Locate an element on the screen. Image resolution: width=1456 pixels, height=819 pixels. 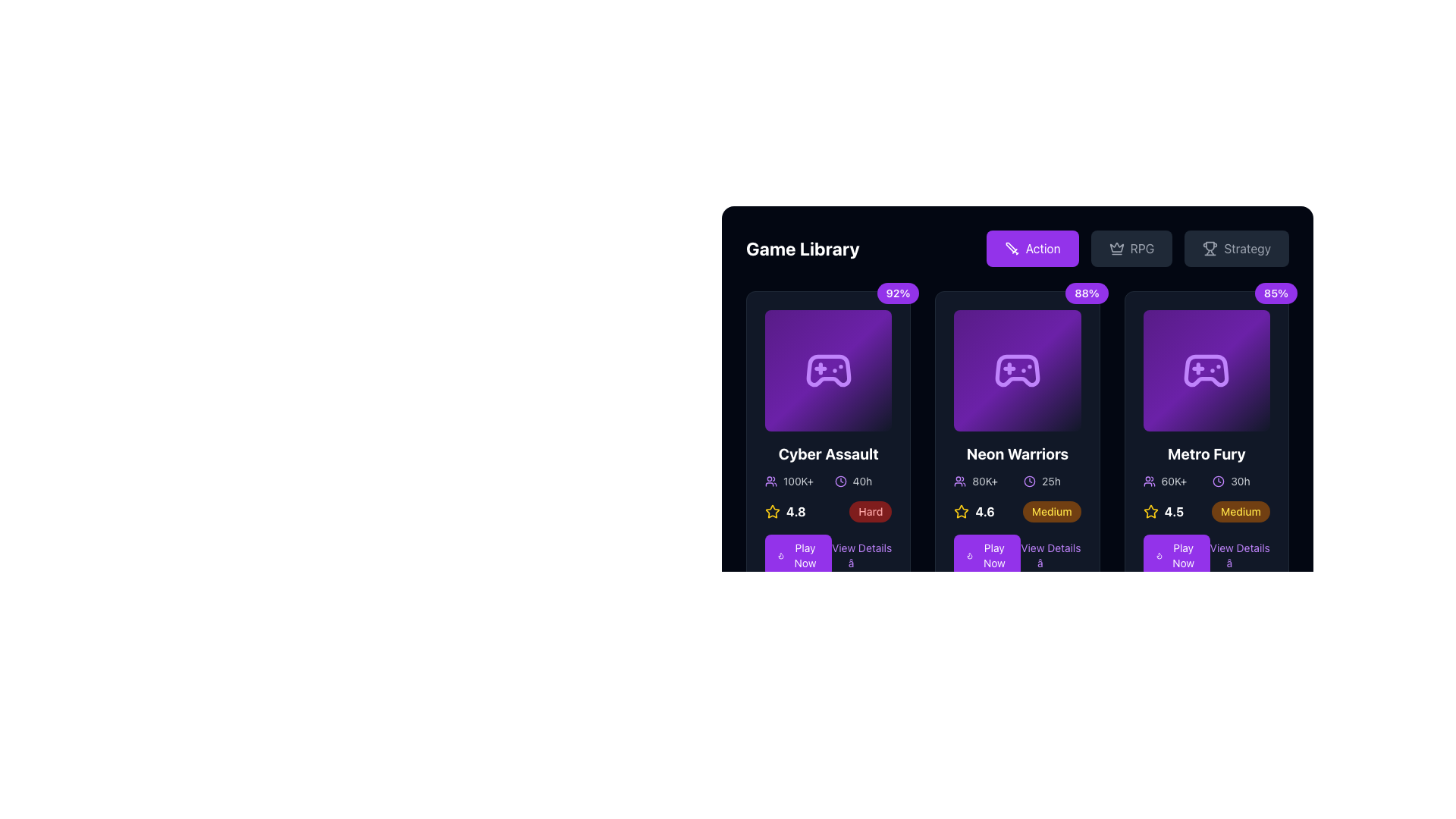
the flame-shaped icon located to the left of the 'Play Now' text within the button for the game 'Metro Fury' is located at coordinates (1158, 555).